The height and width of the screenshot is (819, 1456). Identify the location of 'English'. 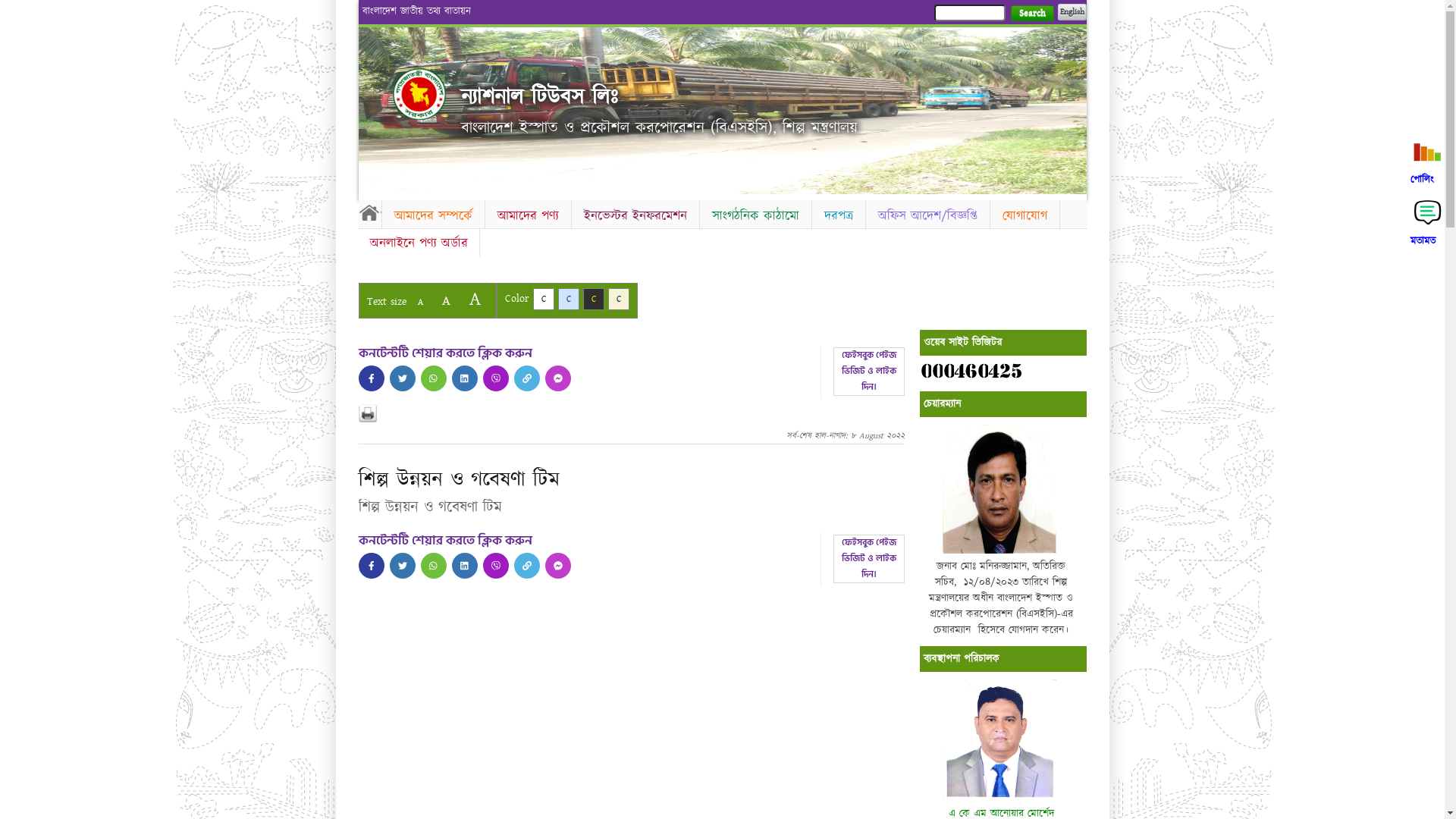
(1070, 11).